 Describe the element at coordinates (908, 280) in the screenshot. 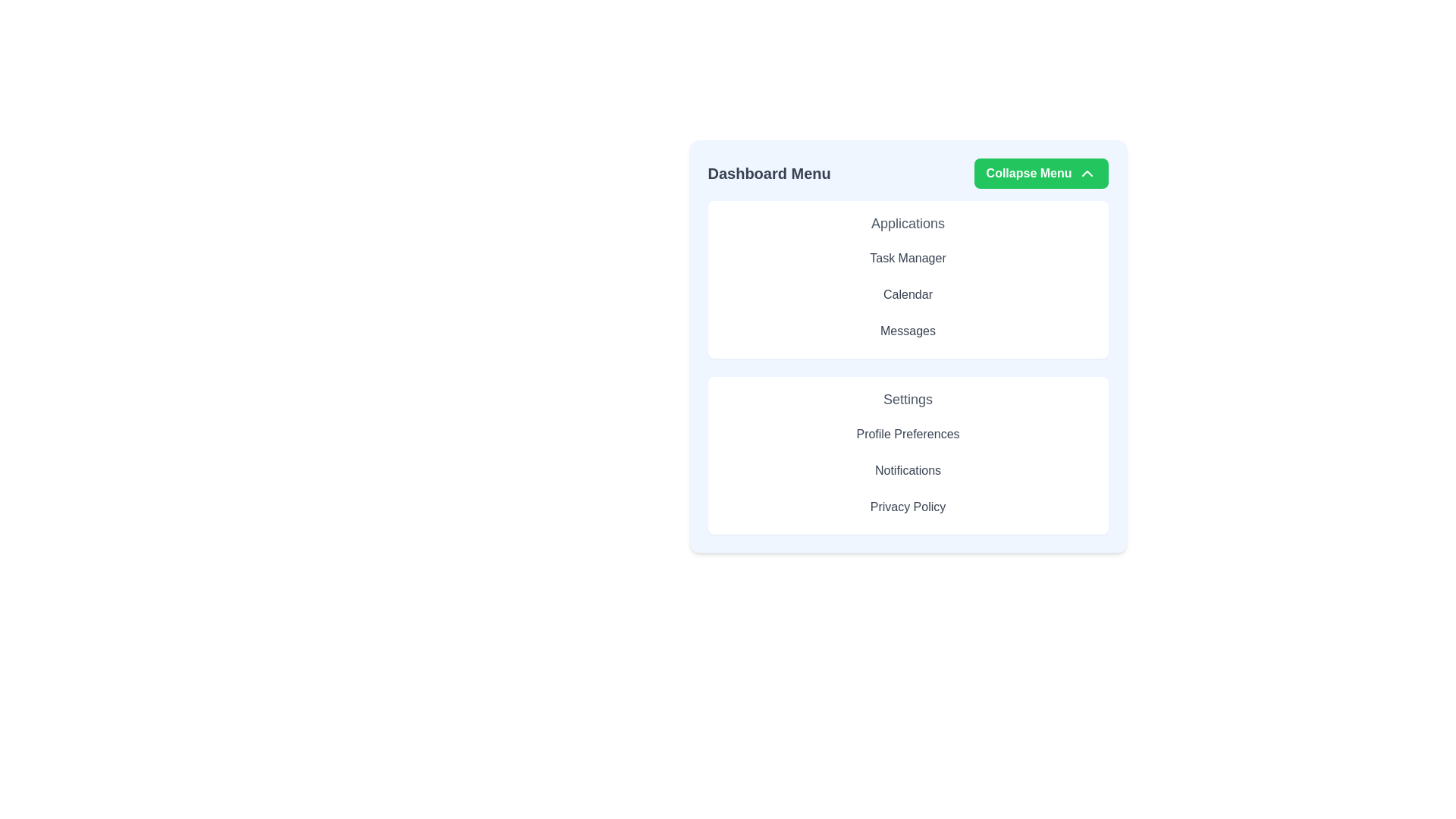

I see `the navigational menu element that displays 'Applications' with three items: 'Task Manager,' 'Calendar,' and 'Messages' arranged vertically` at that location.